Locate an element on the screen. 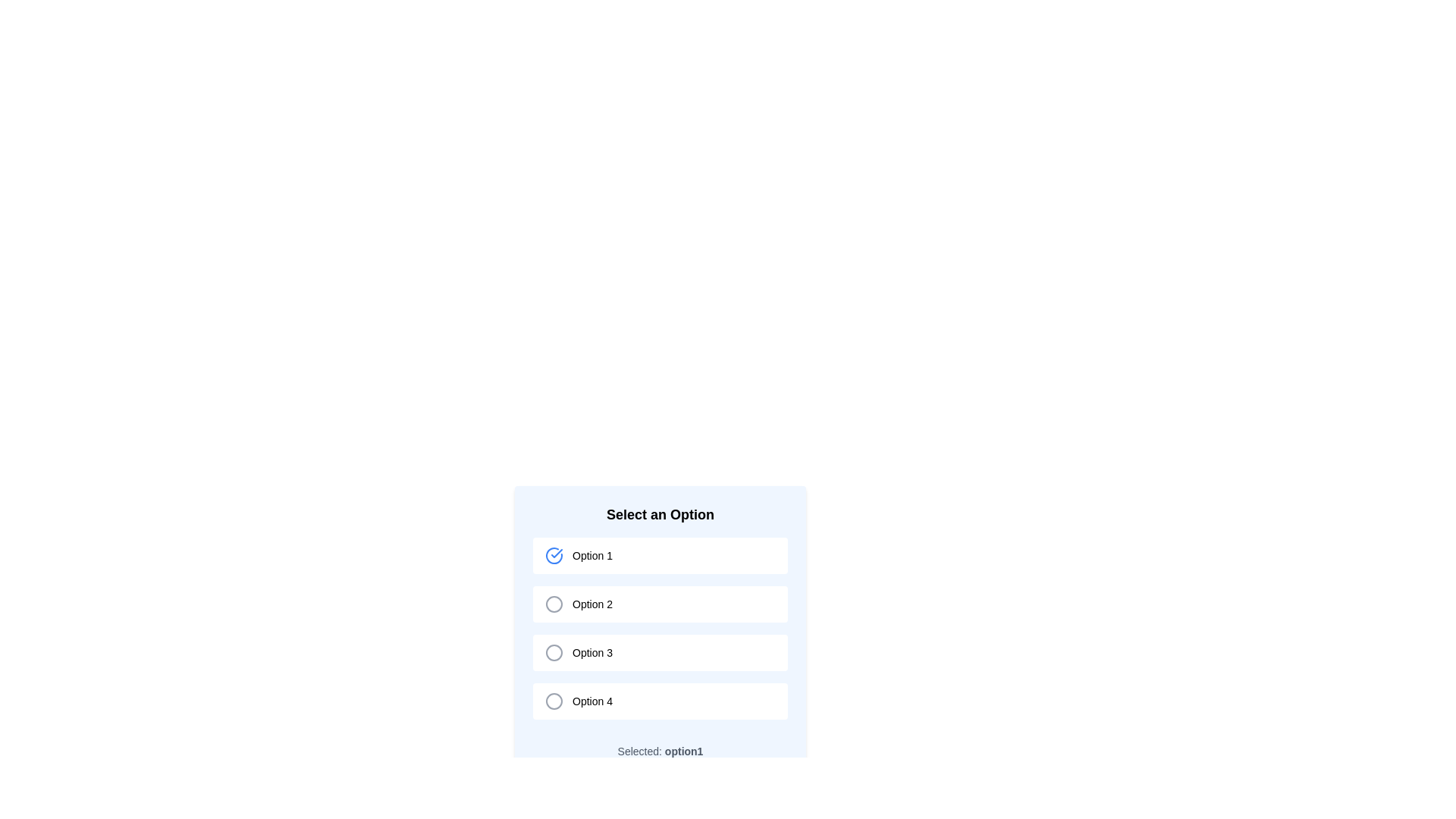  the second selectable list item located in a vertical list structure is located at coordinates (660, 604).